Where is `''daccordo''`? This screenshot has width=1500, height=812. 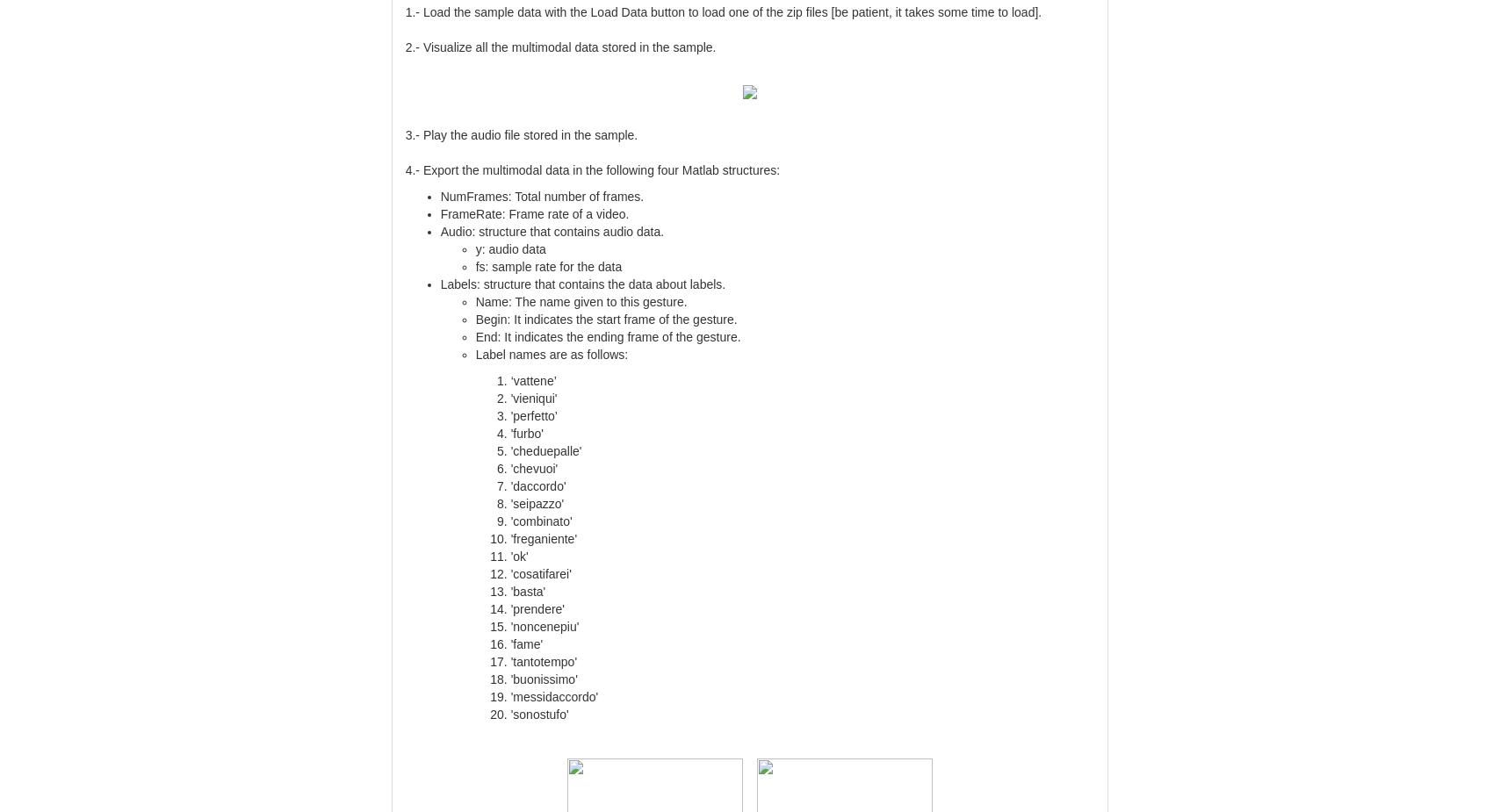 ''daccordo'' is located at coordinates (537, 485).